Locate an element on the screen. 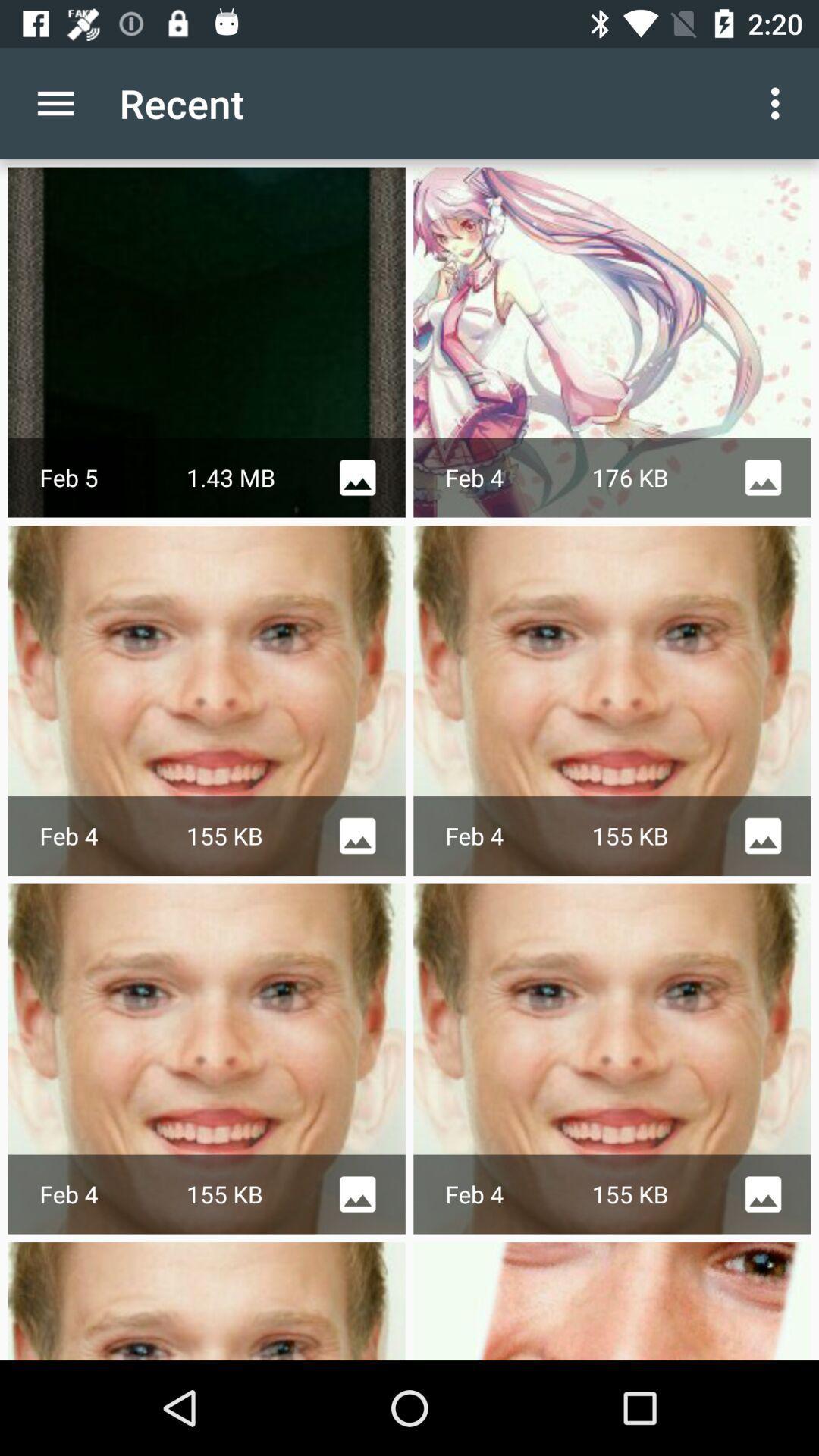 This screenshot has height=1456, width=819. item to the left of the recent app is located at coordinates (55, 102).